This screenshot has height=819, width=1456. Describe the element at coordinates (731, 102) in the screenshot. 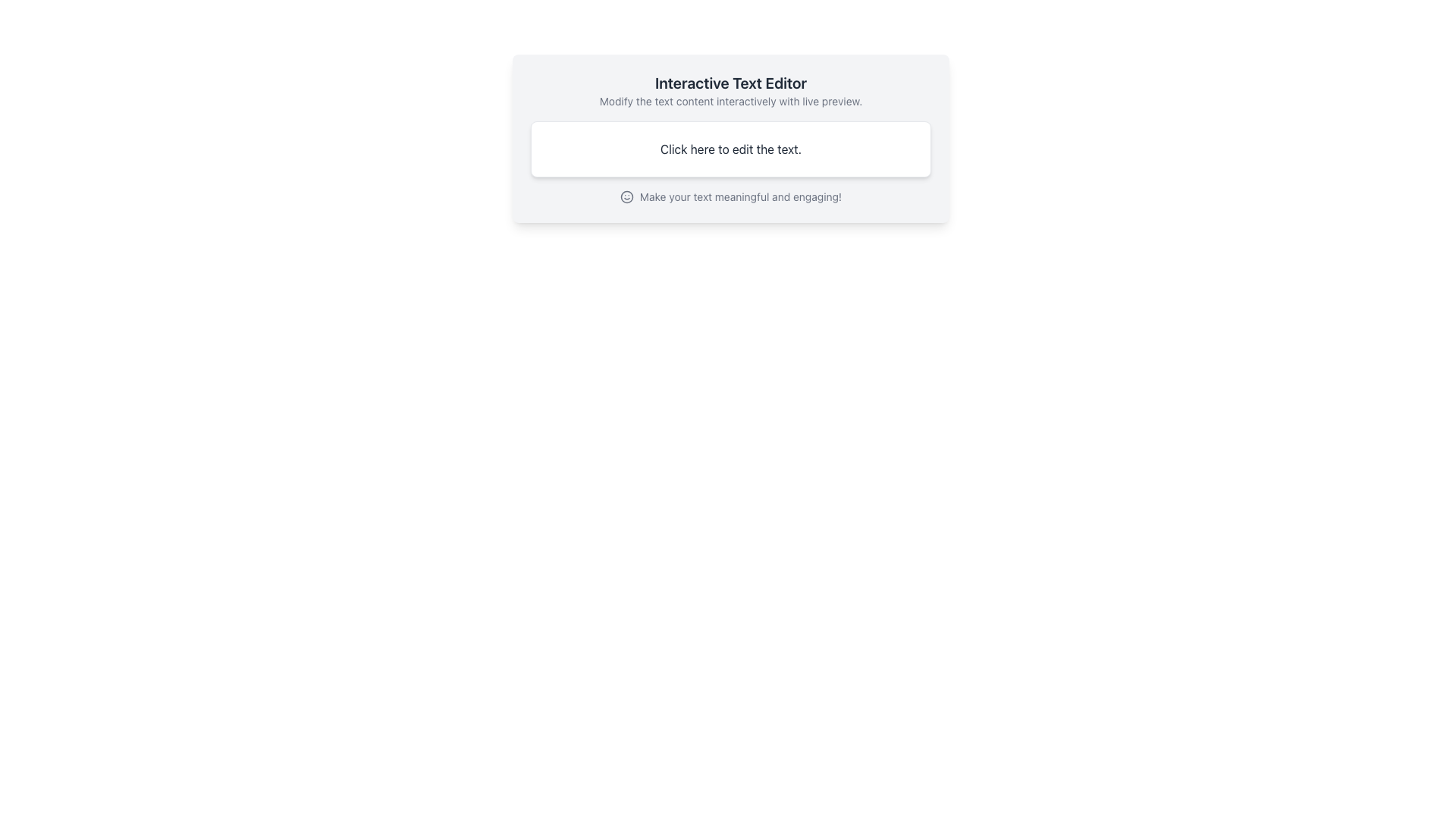

I see `the Text Label that provides guidance for the interactive text editor, located below the header 'Interactive Text Editor'` at that location.